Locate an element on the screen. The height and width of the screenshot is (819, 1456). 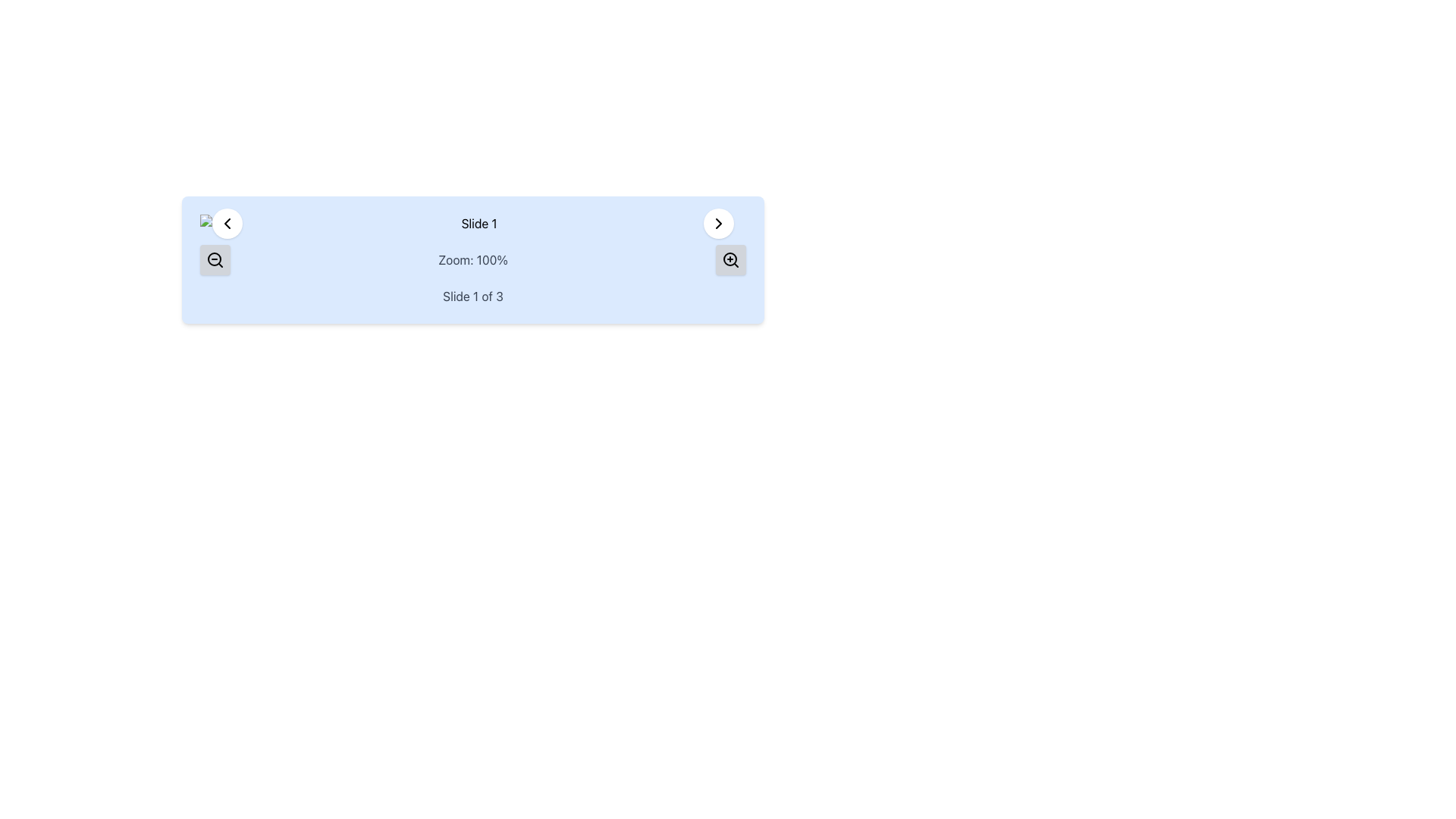
the chevron icon located on the far right side of the blue panel inside a circular button adjacent to the zoom control is located at coordinates (718, 223).